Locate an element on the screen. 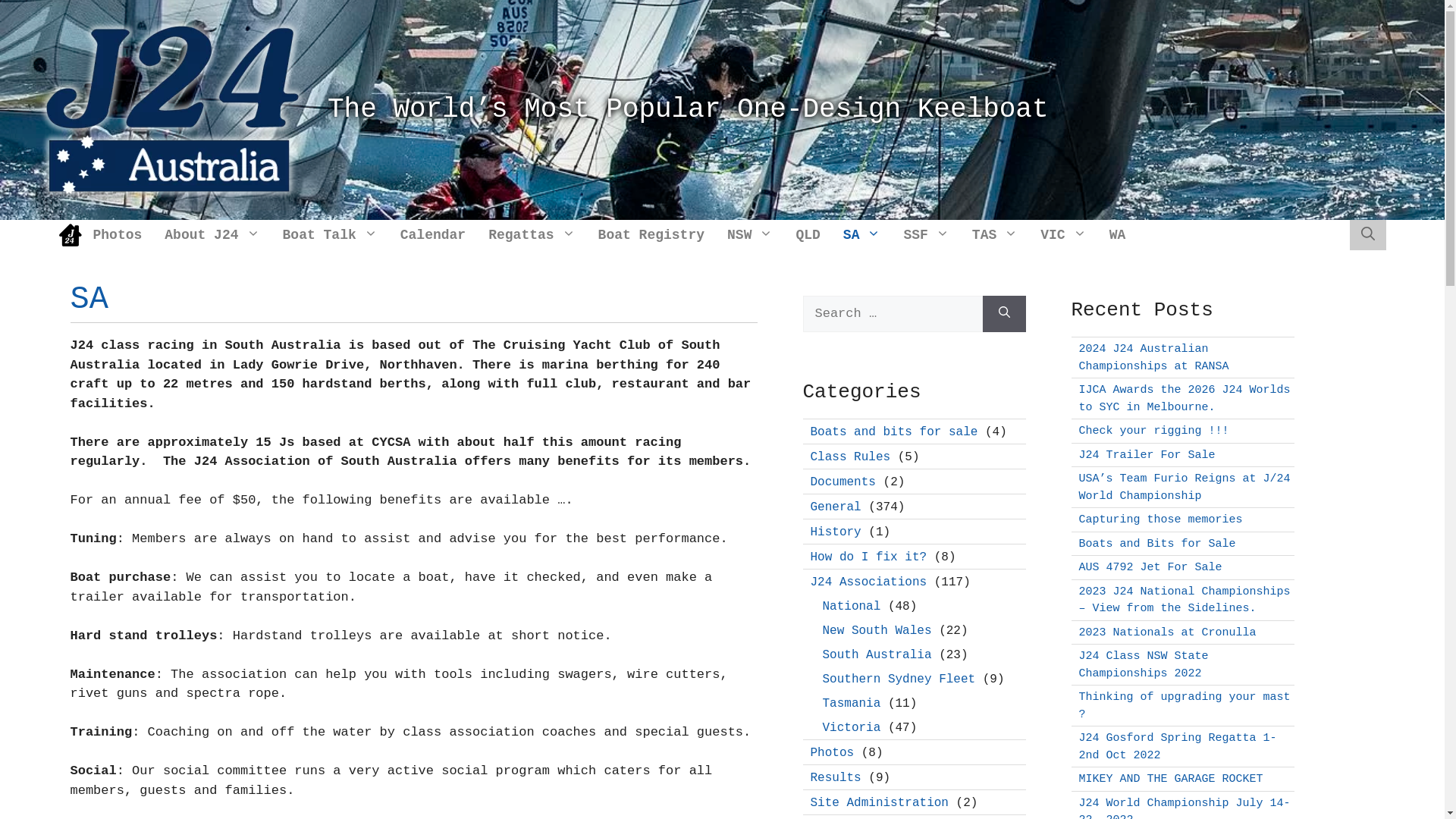  'Tasmania' is located at coordinates (851, 702).